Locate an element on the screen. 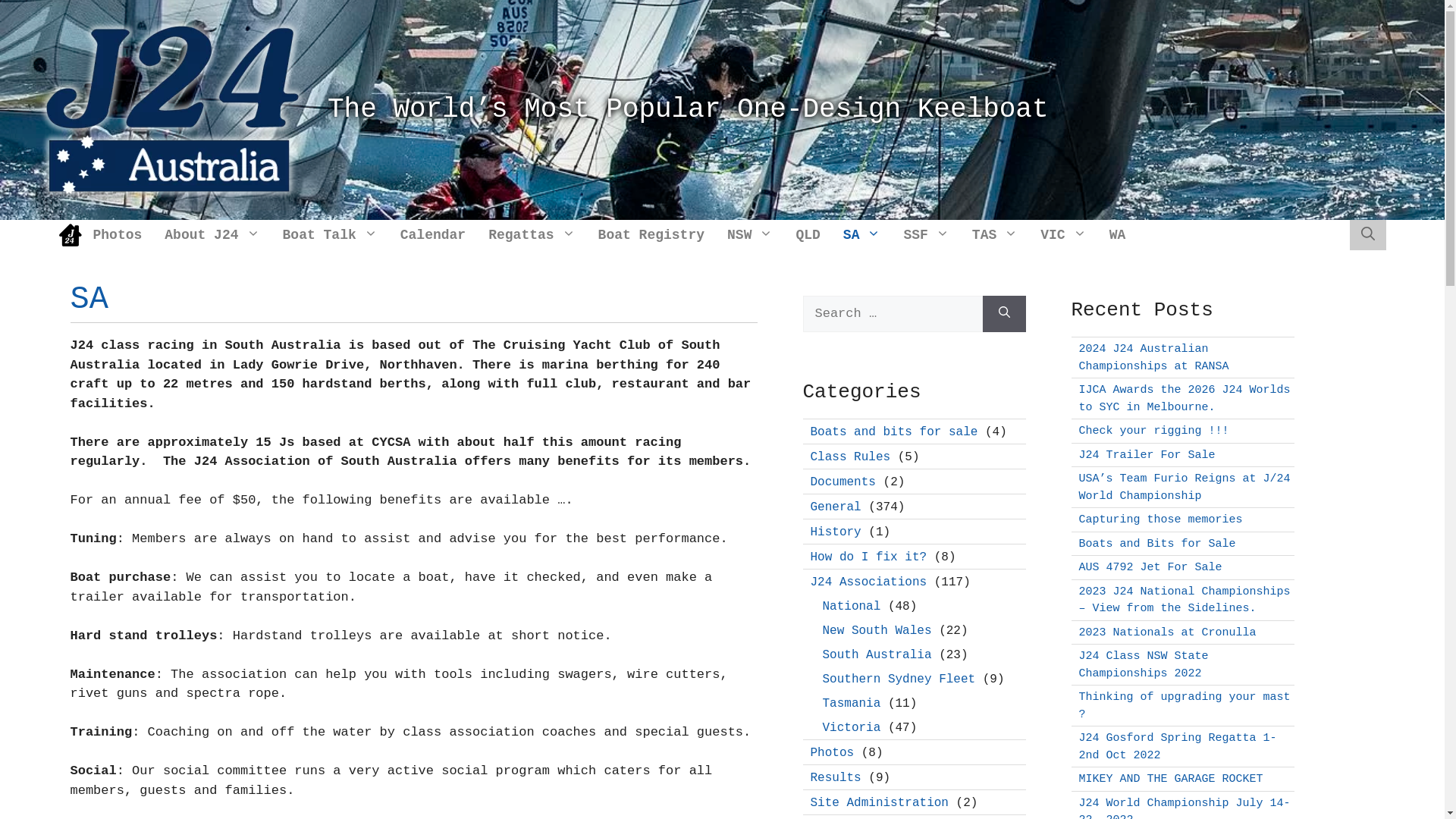  'Tasmania' is located at coordinates (851, 702).